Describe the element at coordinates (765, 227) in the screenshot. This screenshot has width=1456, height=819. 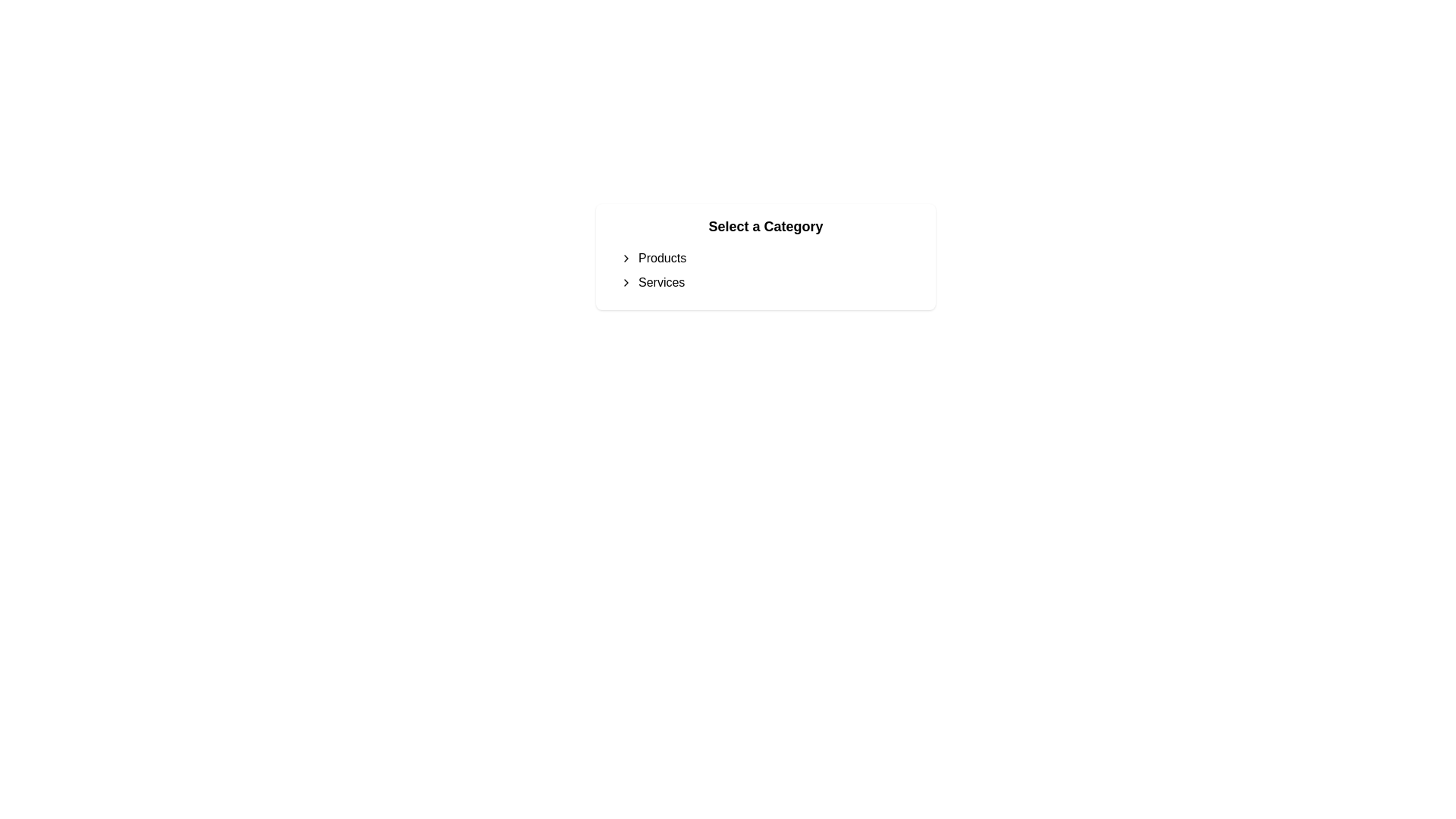
I see `the 'Select a Category' heading text label element that serves as a heading for the options below it` at that location.